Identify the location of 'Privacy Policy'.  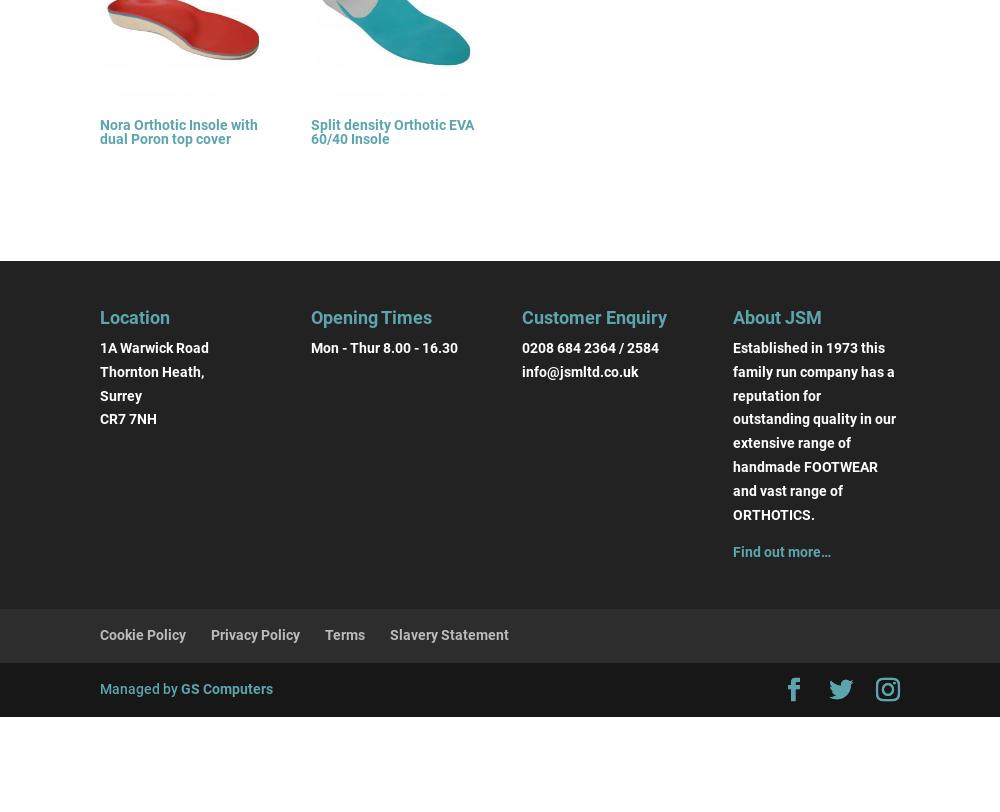
(255, 634).